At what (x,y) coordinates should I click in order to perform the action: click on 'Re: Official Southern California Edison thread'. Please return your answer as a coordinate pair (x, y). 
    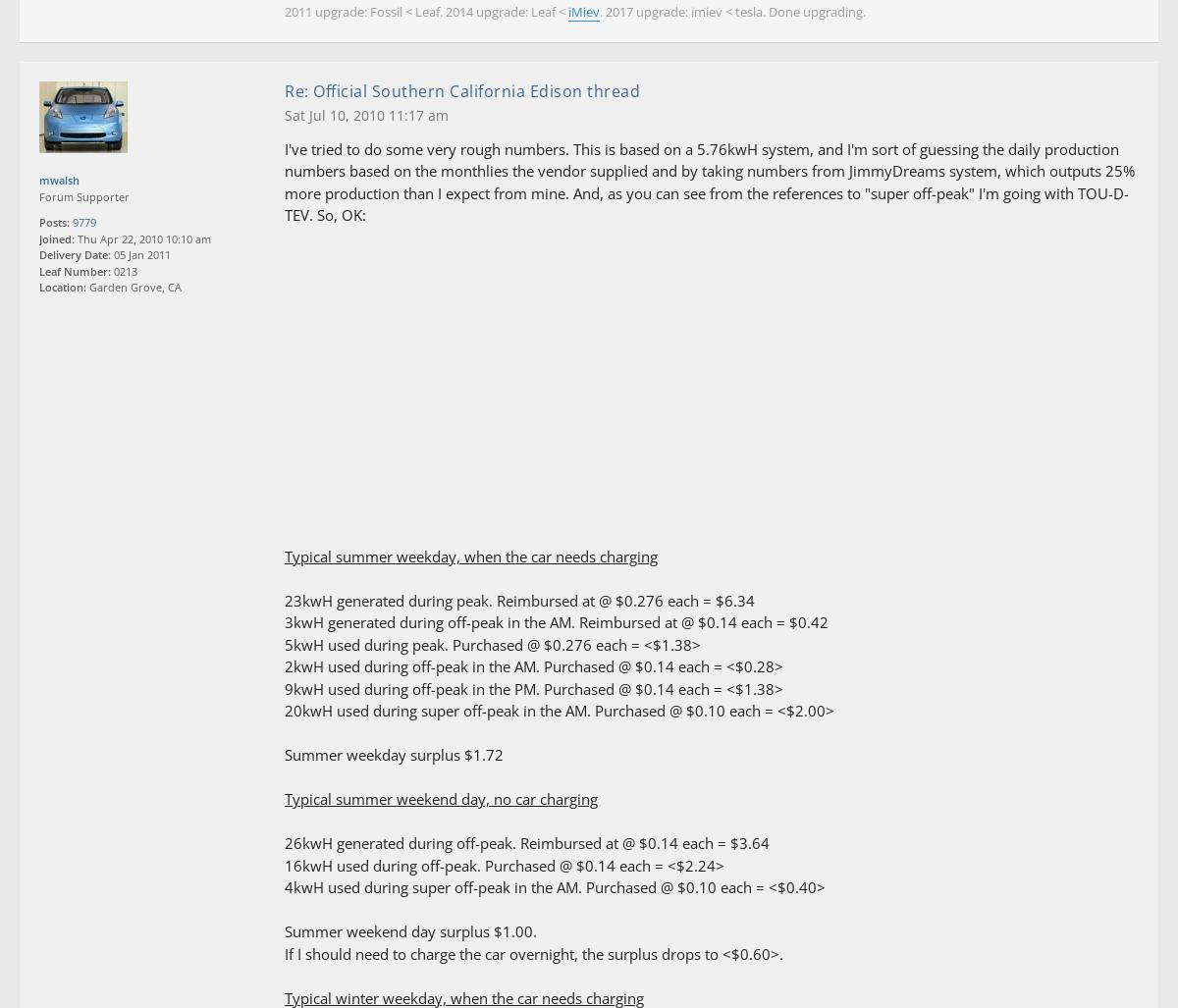
    Looking at the image, I should click on (461, 90).